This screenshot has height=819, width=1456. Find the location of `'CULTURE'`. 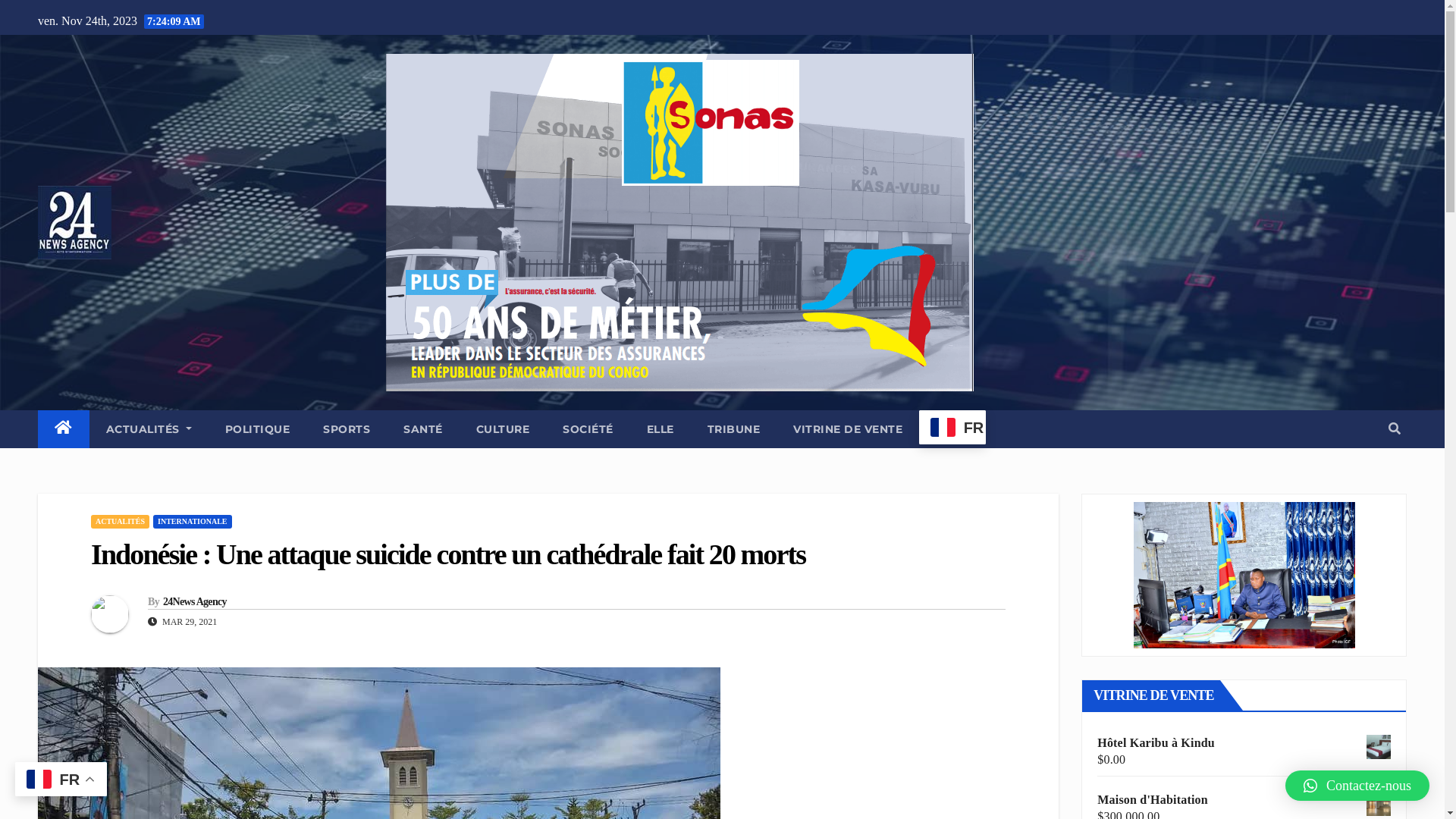

'CULTURE' is located at coordinates (458, 429).